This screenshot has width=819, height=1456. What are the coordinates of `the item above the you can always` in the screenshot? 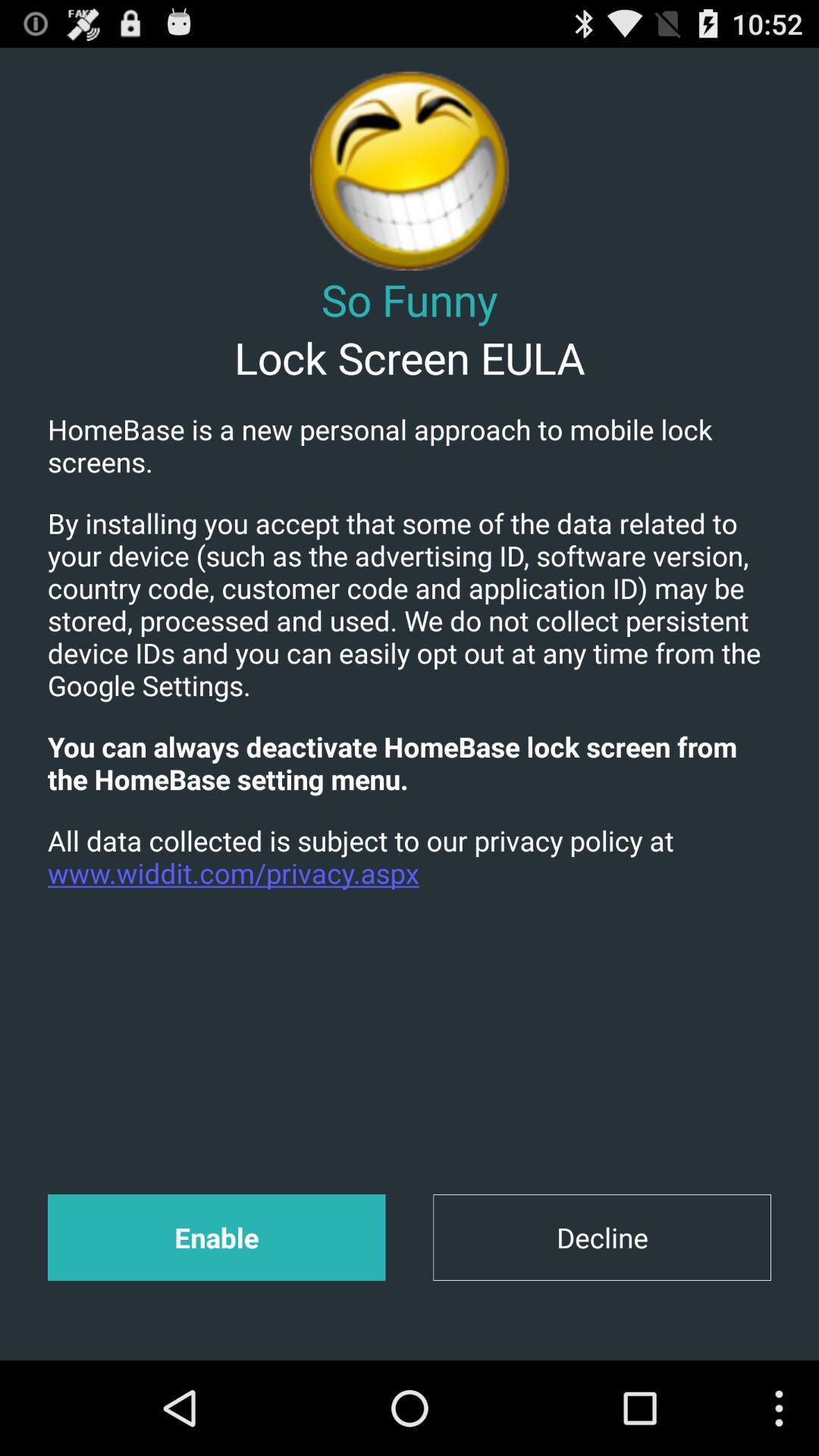 It's located at (409, 603).